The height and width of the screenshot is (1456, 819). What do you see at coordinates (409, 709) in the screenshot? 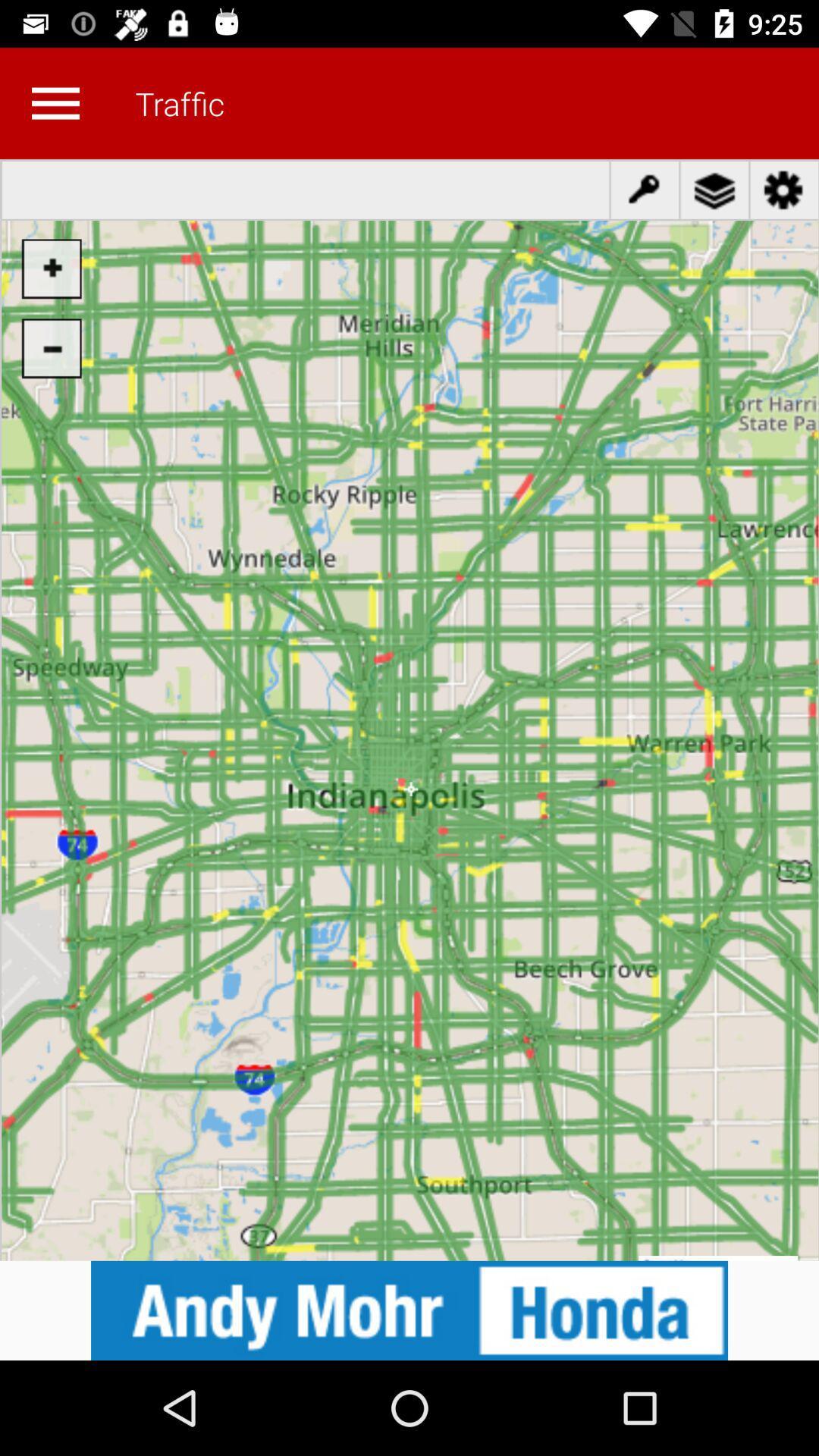
I see `the item at the center` at bounding box center [409, 709].